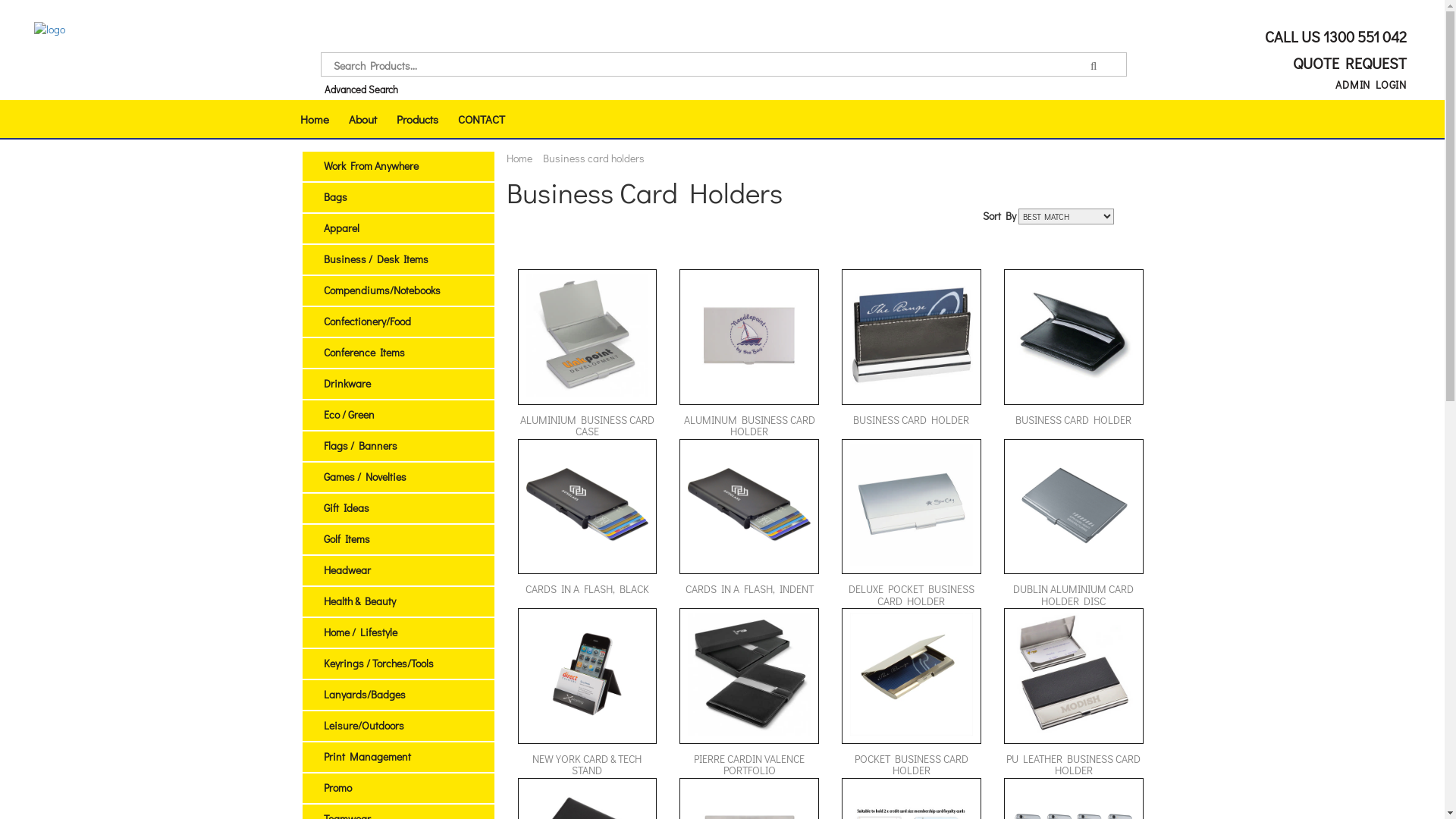 The width and height of the screenshot is (1456, 819). I want to click on 'ALUMINIUM BUSINESS CARD CASE', so click(585, 353).